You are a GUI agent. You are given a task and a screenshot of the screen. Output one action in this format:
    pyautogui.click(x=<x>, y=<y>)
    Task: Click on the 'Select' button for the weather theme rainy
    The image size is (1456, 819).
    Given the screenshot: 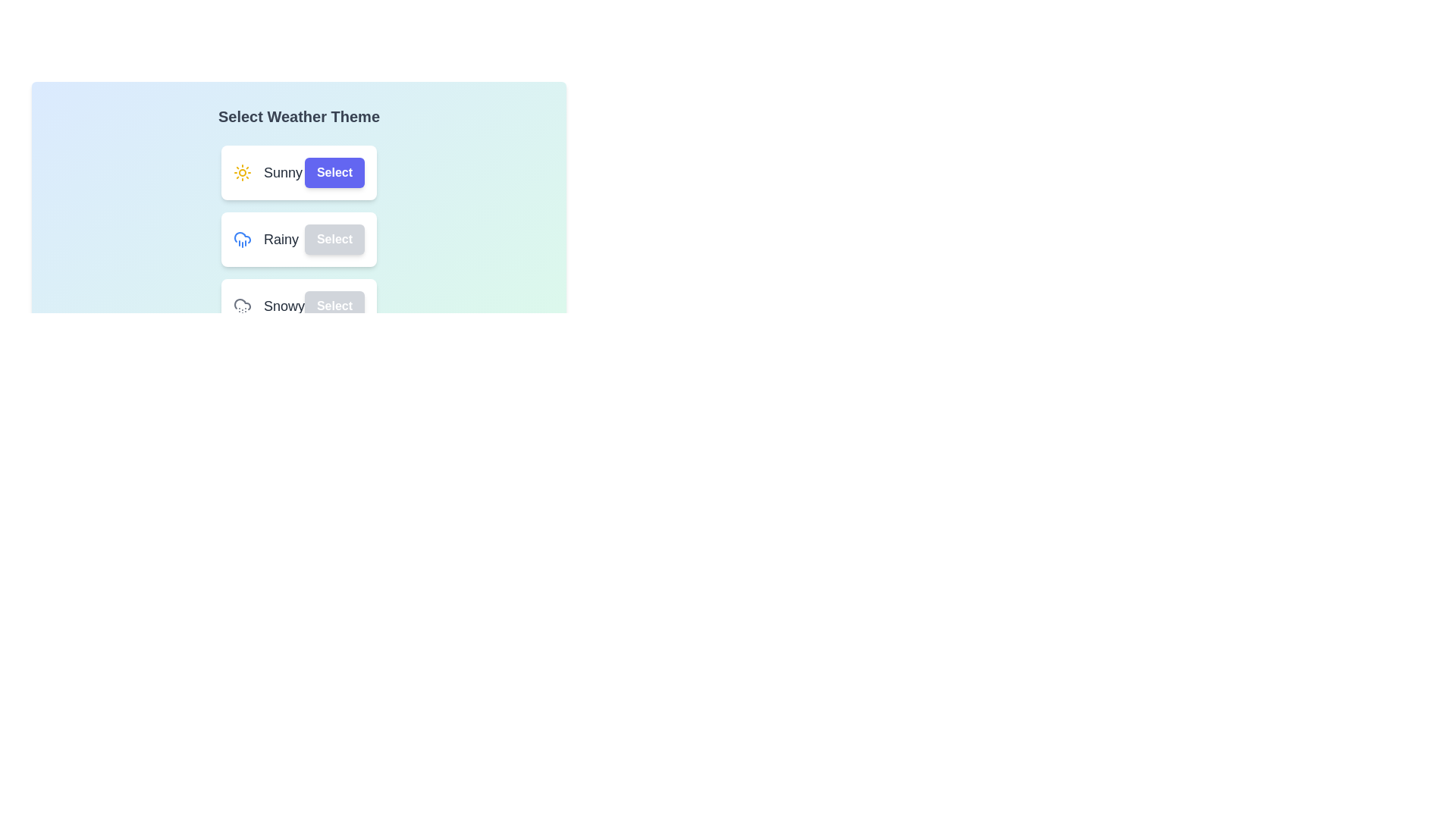 What is the action you would take?
    pyautogui.click(x=334, y=239)
    